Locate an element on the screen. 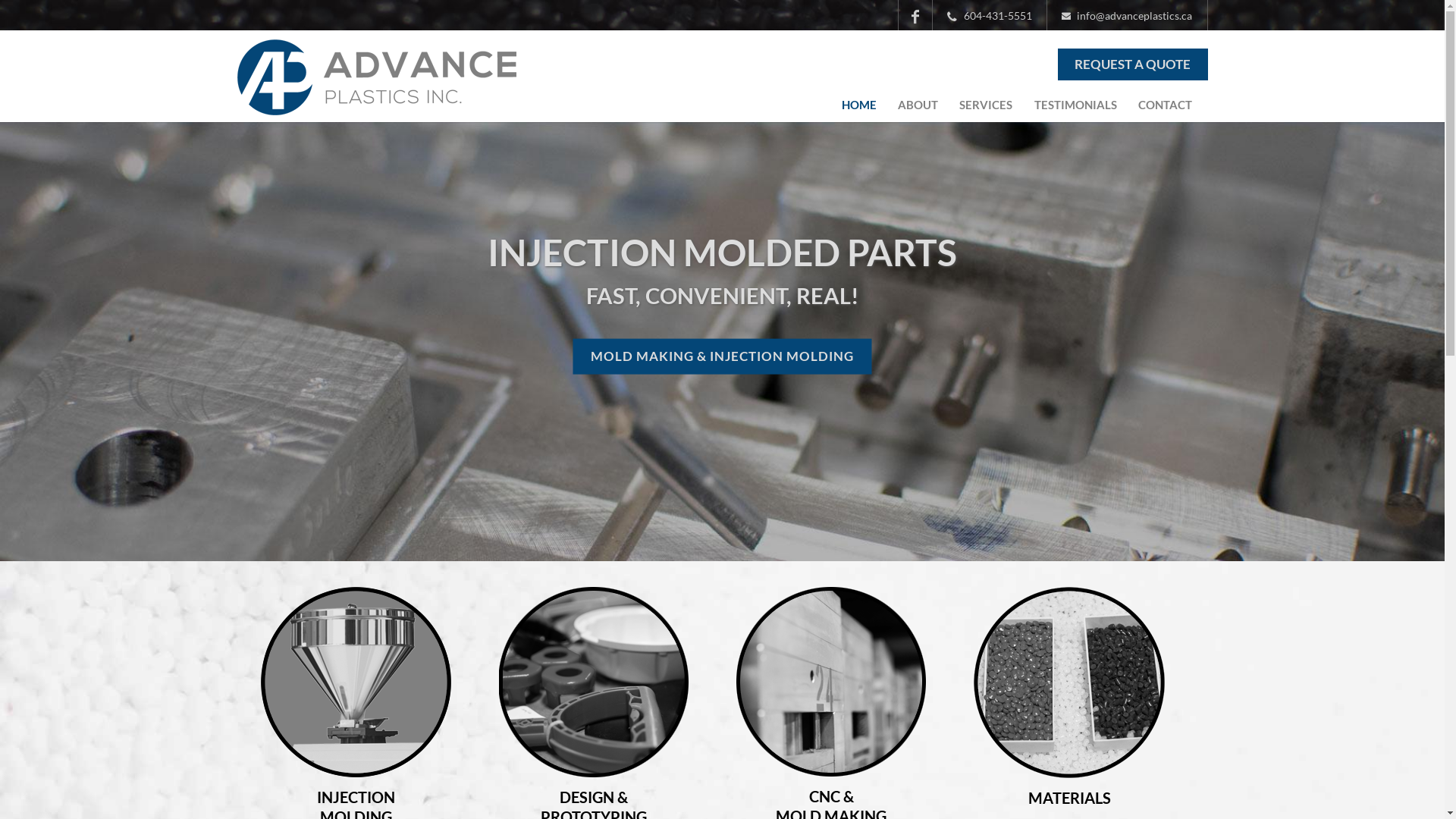 Image resolution: width=1456 pixels, height=819 pixels. 'CONTACT' is located at coordinates (1133, 104).